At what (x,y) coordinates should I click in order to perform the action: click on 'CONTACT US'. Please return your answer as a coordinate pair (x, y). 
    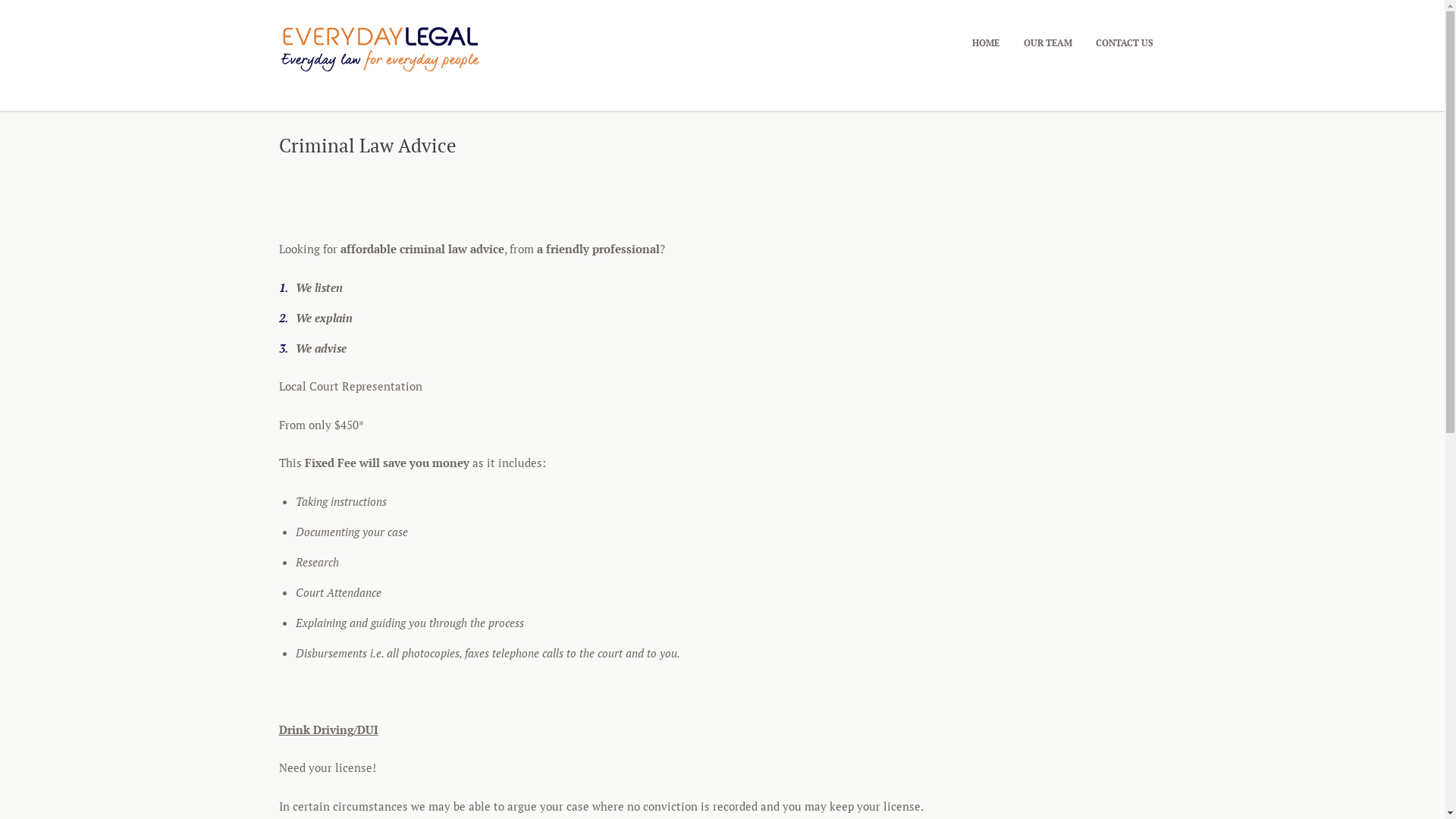
    Looking at the image, I should click on (1124, 42).